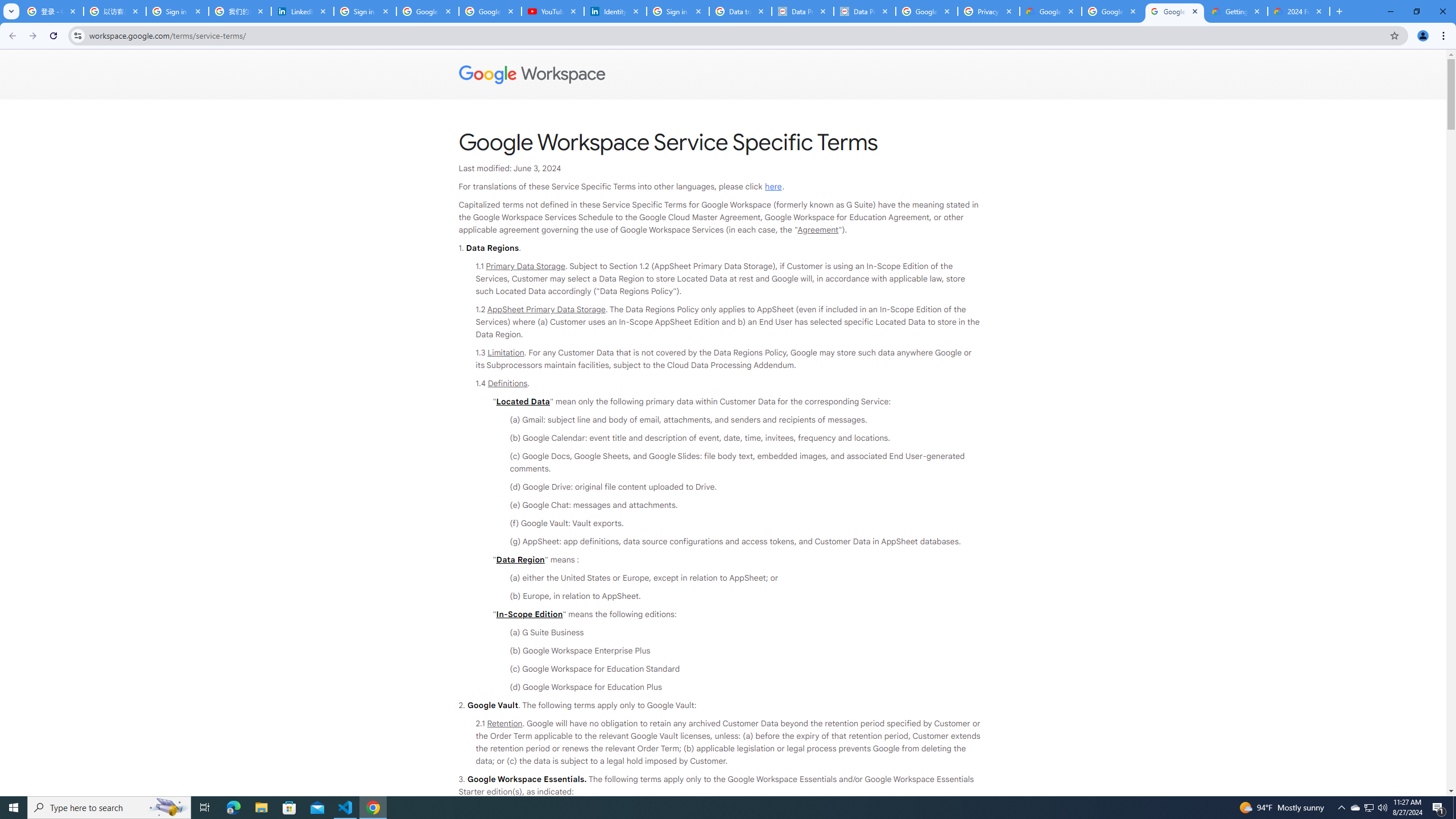 This screenshot has height=819, width=1456. I want to click on 'Sign in - Google Accounts', so click(677, 11).